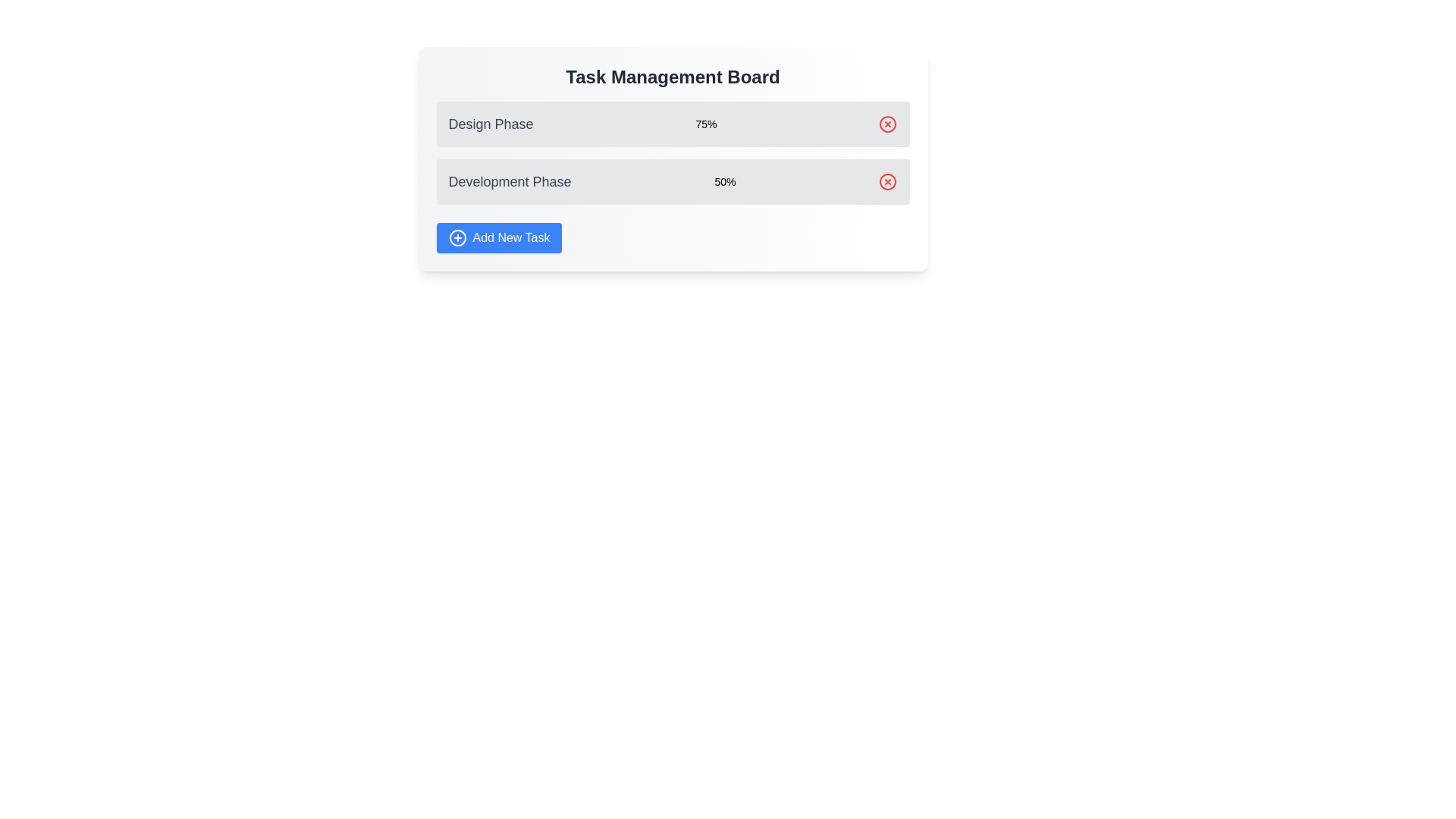  Describe the element at coordinates (510, 180) in the screenshot. I see `the static text label that identifies the current development stage or task in the task management board` at that location.